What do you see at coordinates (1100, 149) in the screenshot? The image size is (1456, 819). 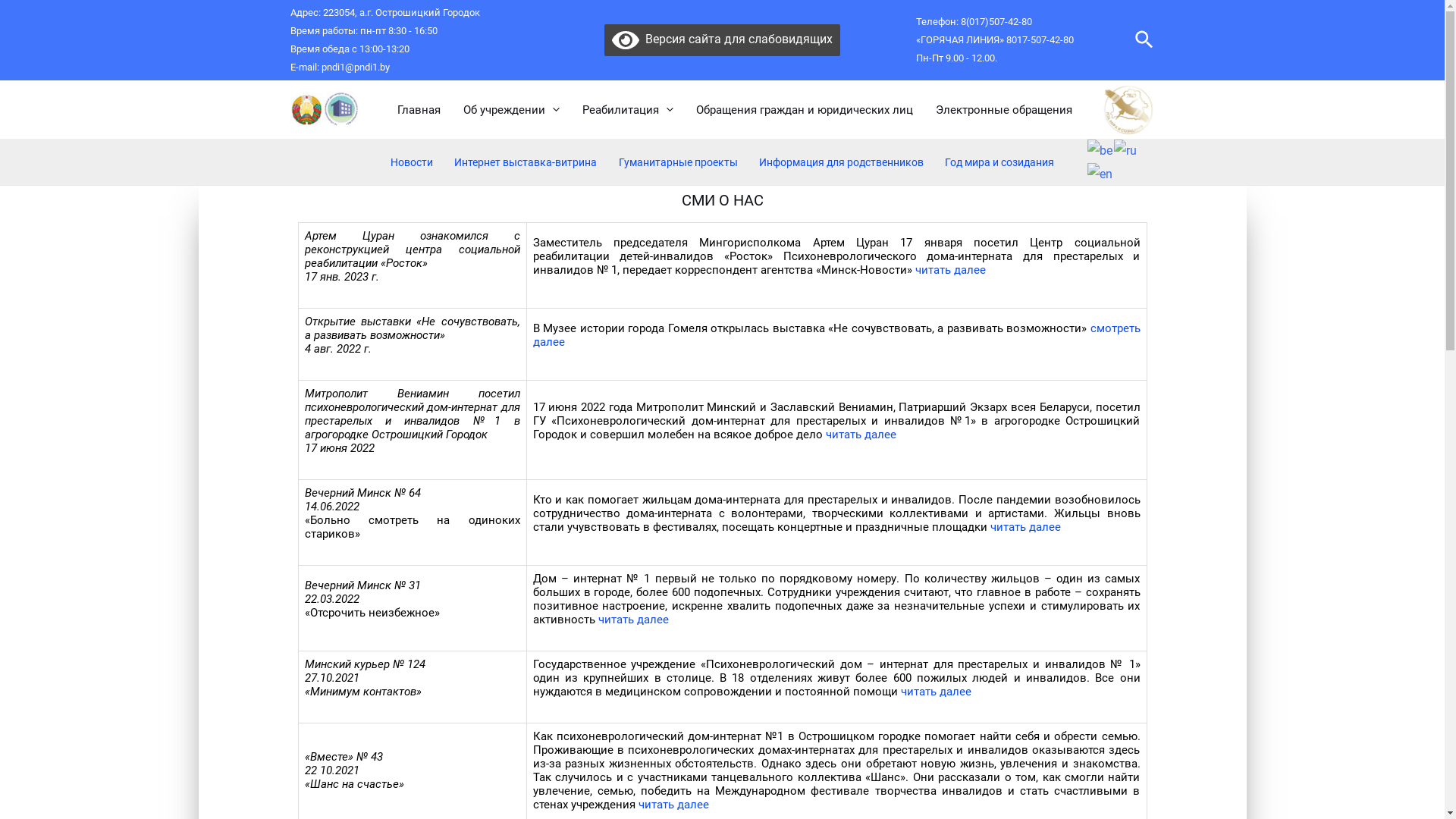 I see `'Belarusian'` at bounding box center [1100, 149].